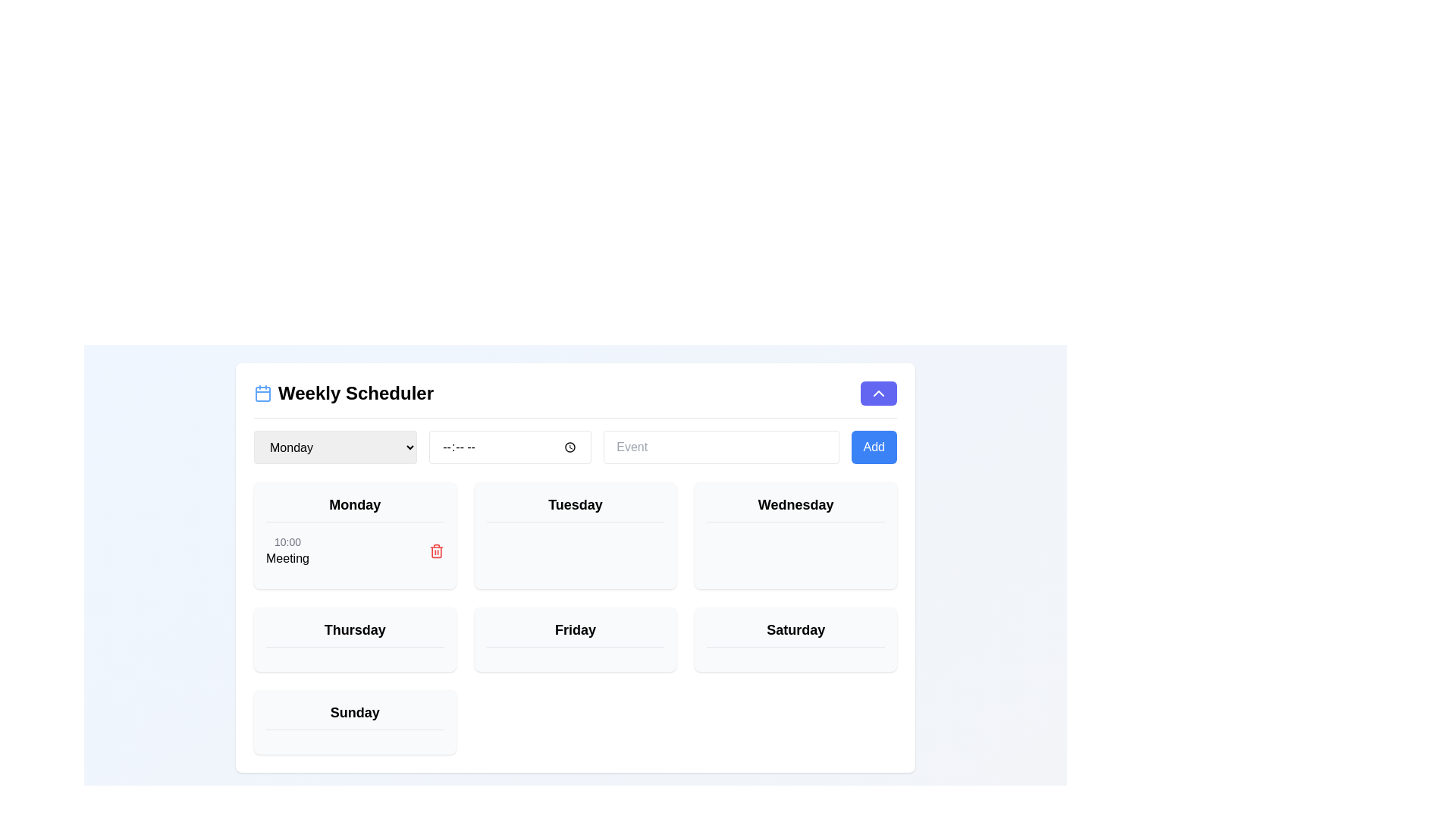 The image size is (1456, 819). I want to click on the 'Friday' Text Label in the weekly schedule interface, which is located in the bottom row, second column of the grid and has a light gray background, so click(574, 633).